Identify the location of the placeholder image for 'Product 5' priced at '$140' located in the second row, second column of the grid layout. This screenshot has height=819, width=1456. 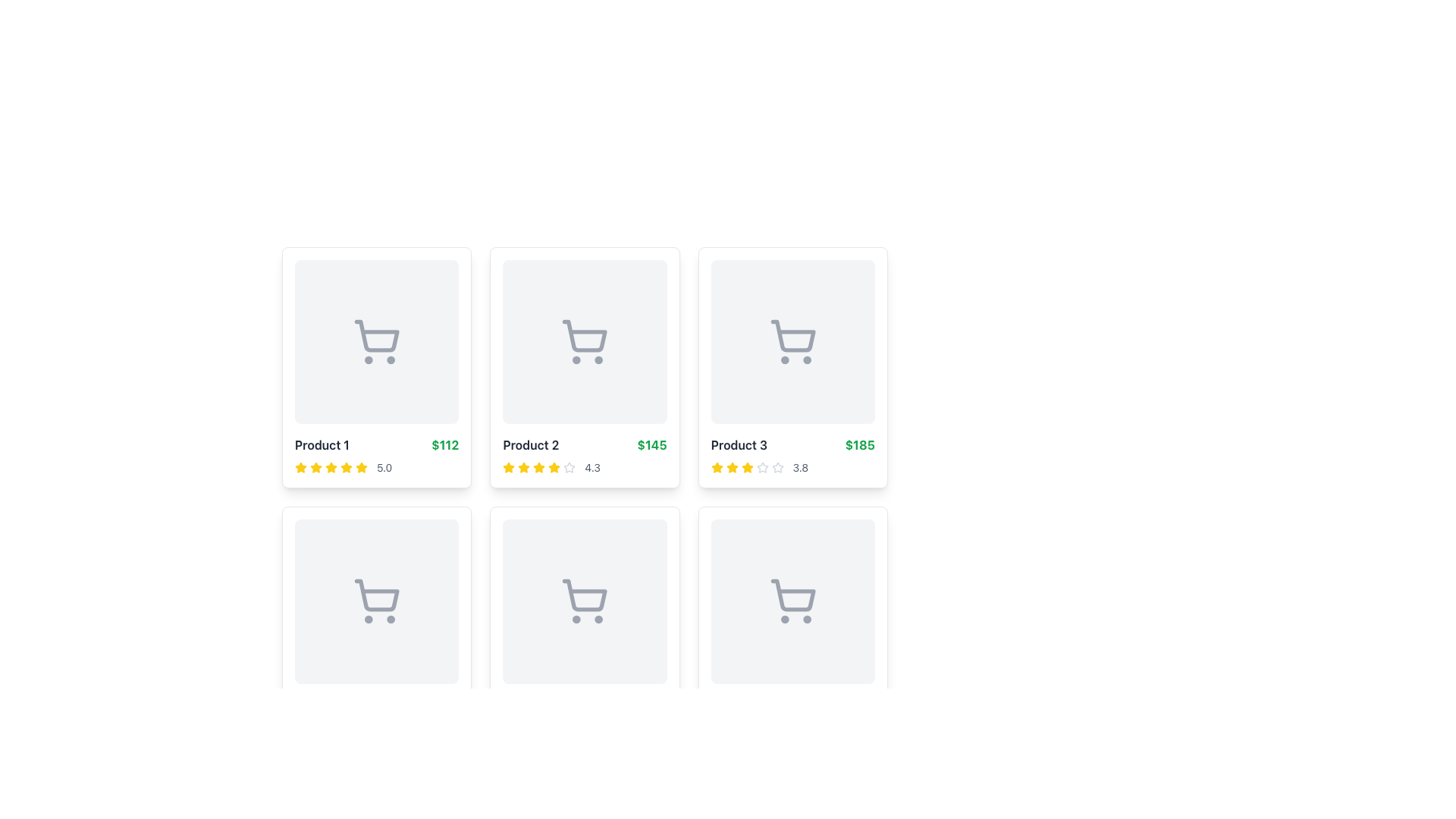
(584, 601).